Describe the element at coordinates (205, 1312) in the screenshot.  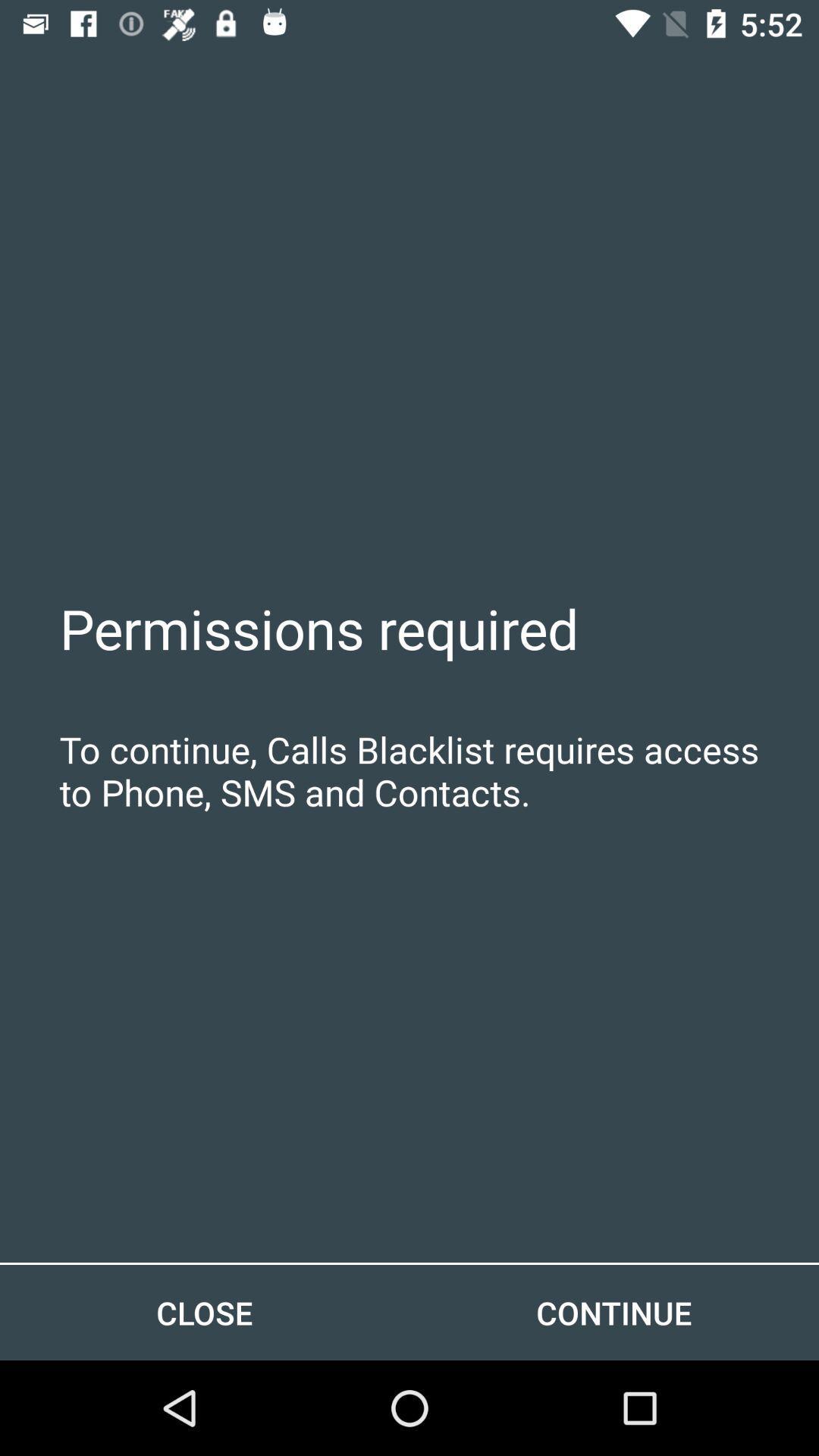
I see `icon at the bottom left corner` at that location.